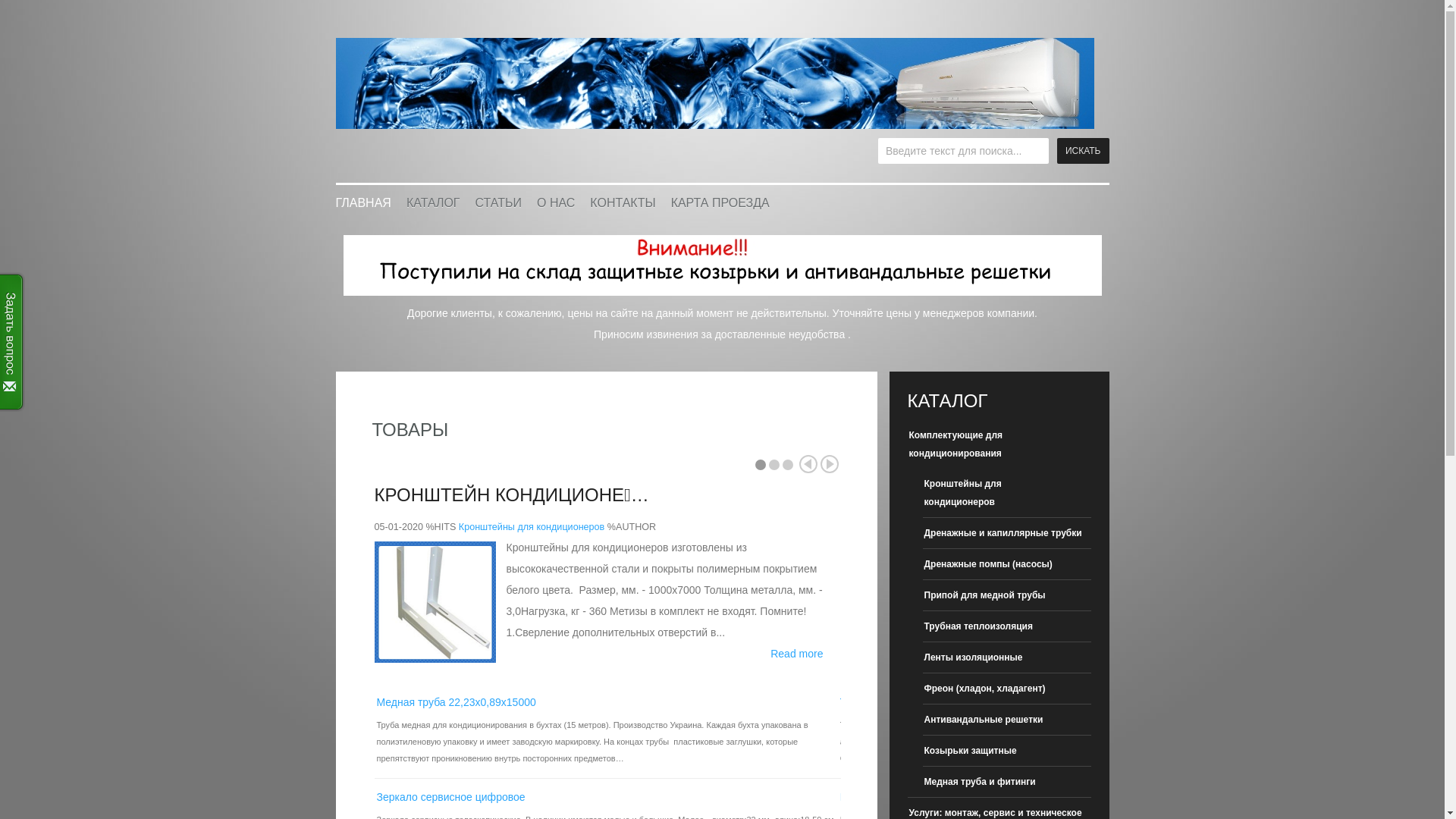 Image resolution: width=1456 pixels, height=819 pixels. Describe the element at coordinates (787, 464) in the screenshot. I see `'3'` at that location.